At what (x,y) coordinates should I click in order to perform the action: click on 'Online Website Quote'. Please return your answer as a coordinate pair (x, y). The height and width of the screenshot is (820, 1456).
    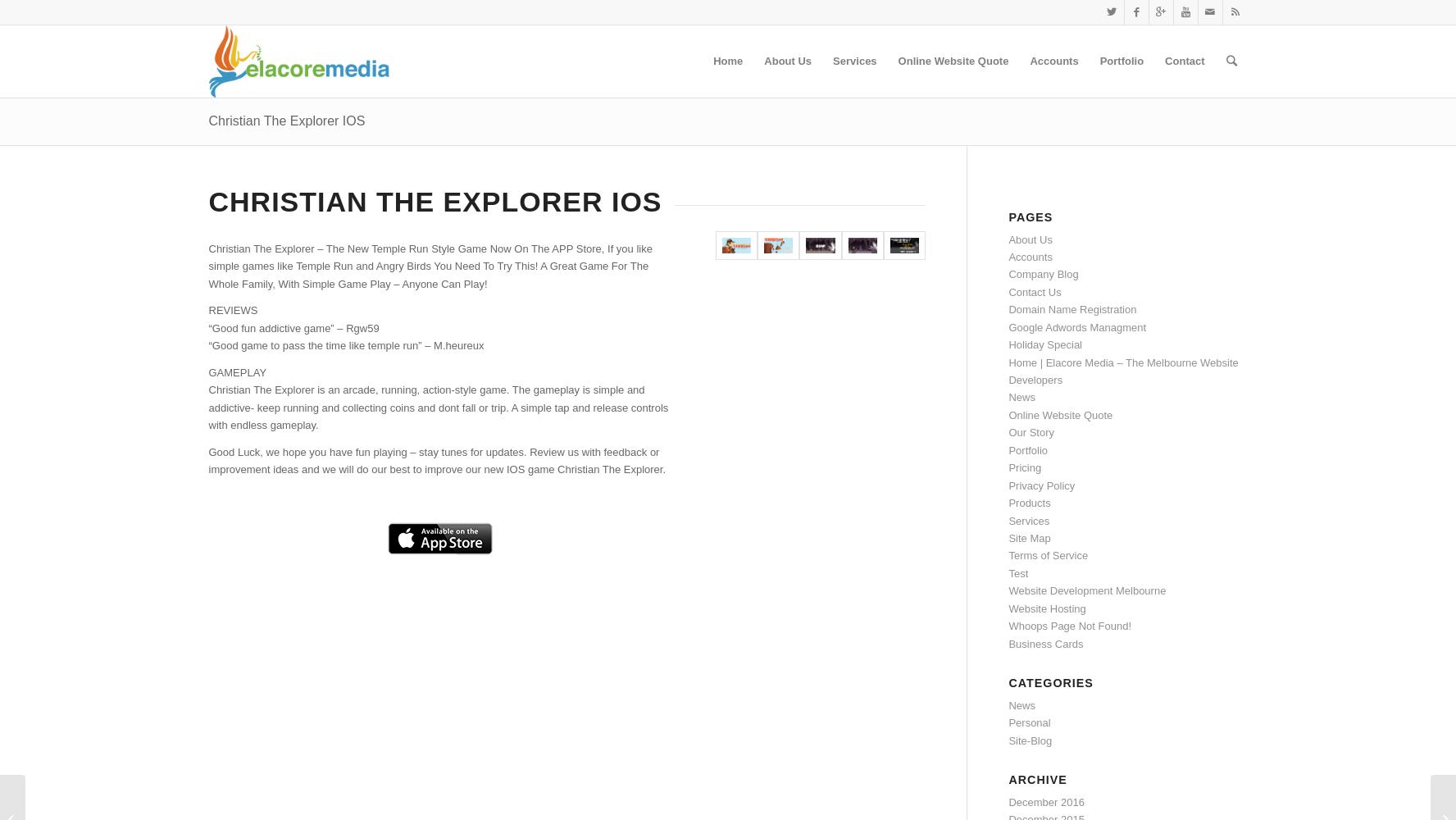
    Looking at the image, I should click on (1060, 414).